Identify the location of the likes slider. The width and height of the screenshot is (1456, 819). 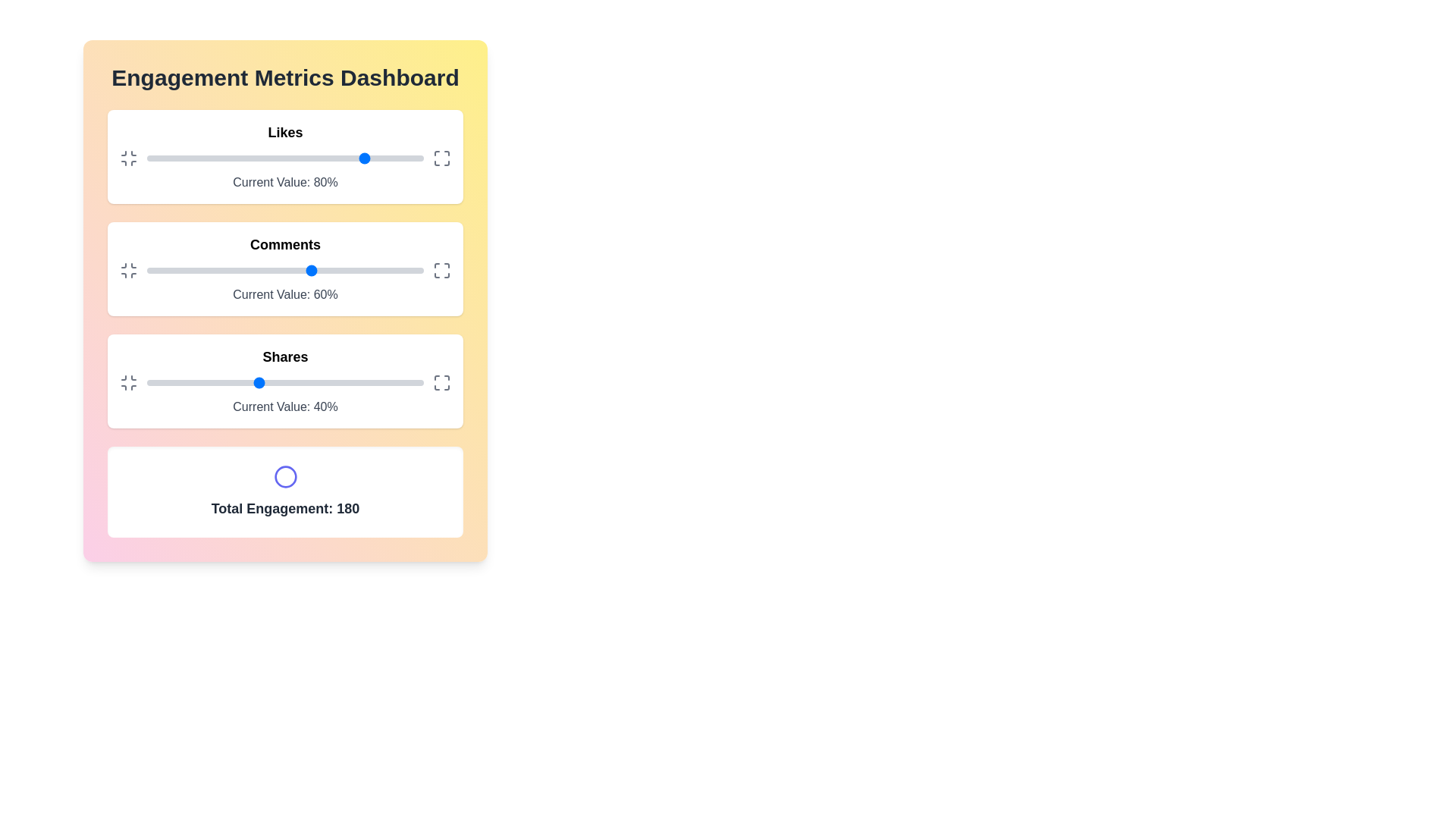
(185, 158).